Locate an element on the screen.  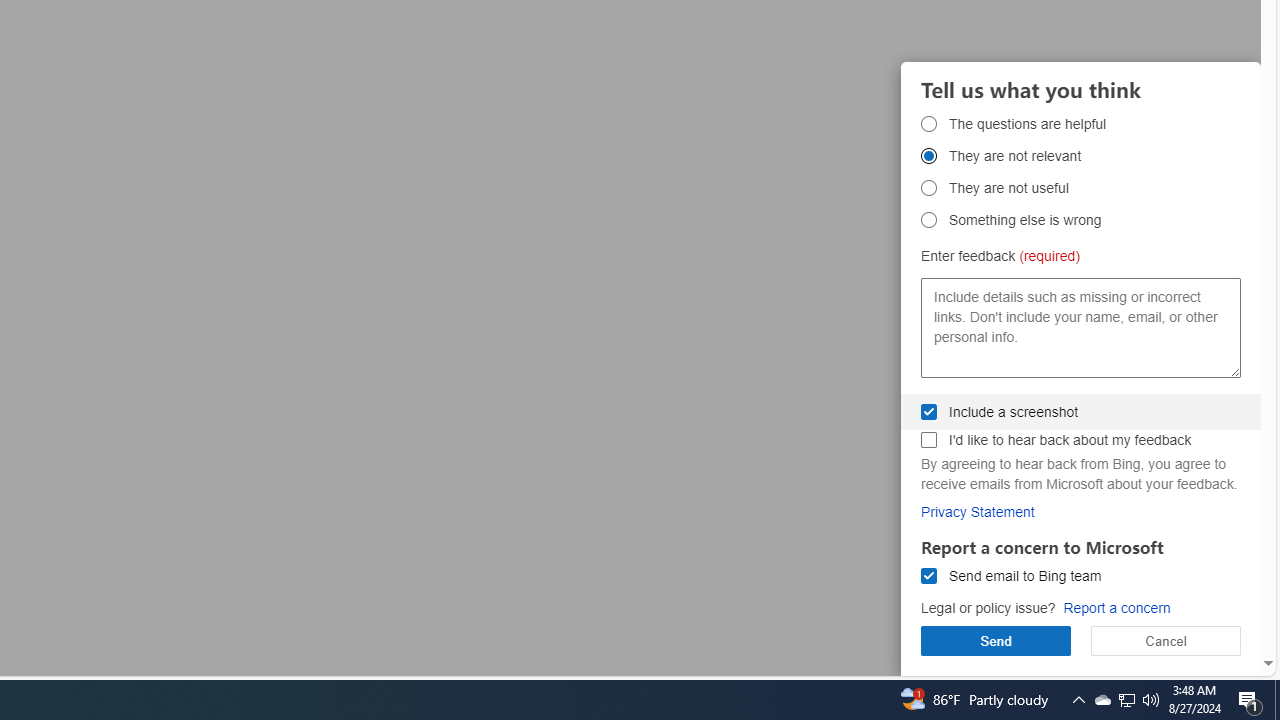
'Send email to Bing team Send email to Bing team' is located at coordinates (928, 576).